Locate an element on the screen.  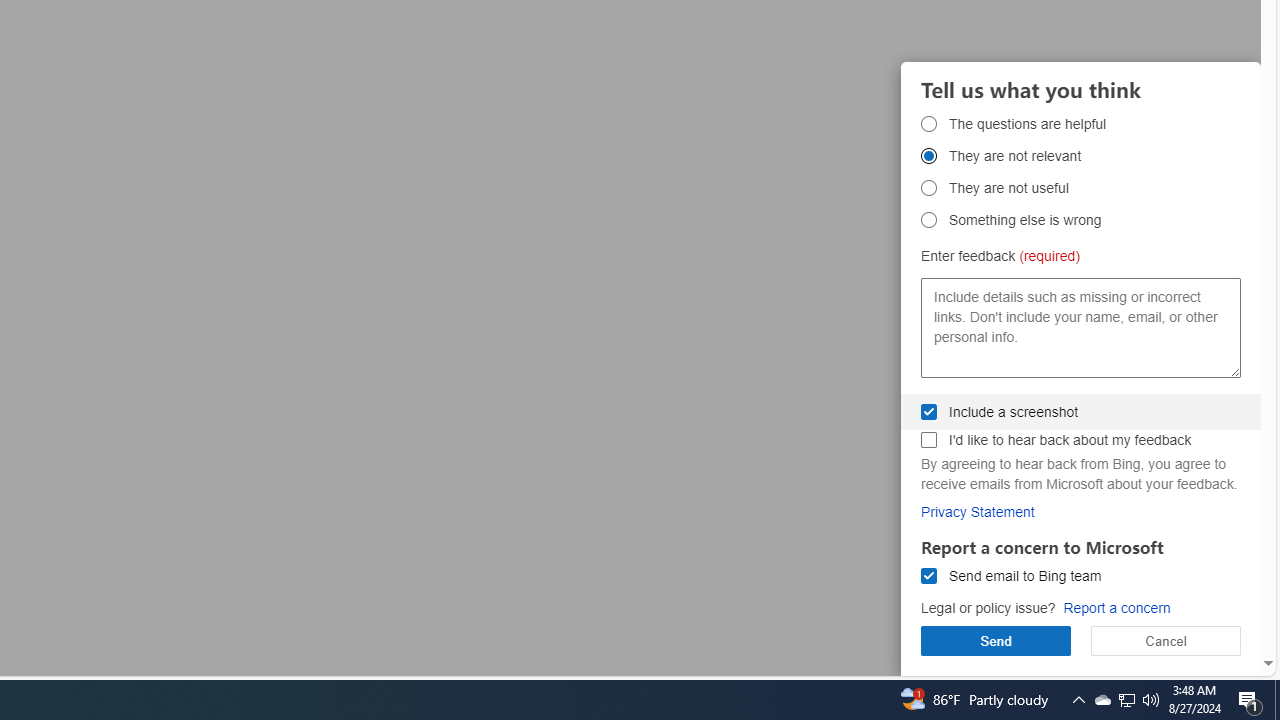
'Send email to Bing team Send email to Bing team' is located at coordinates (928, 576).